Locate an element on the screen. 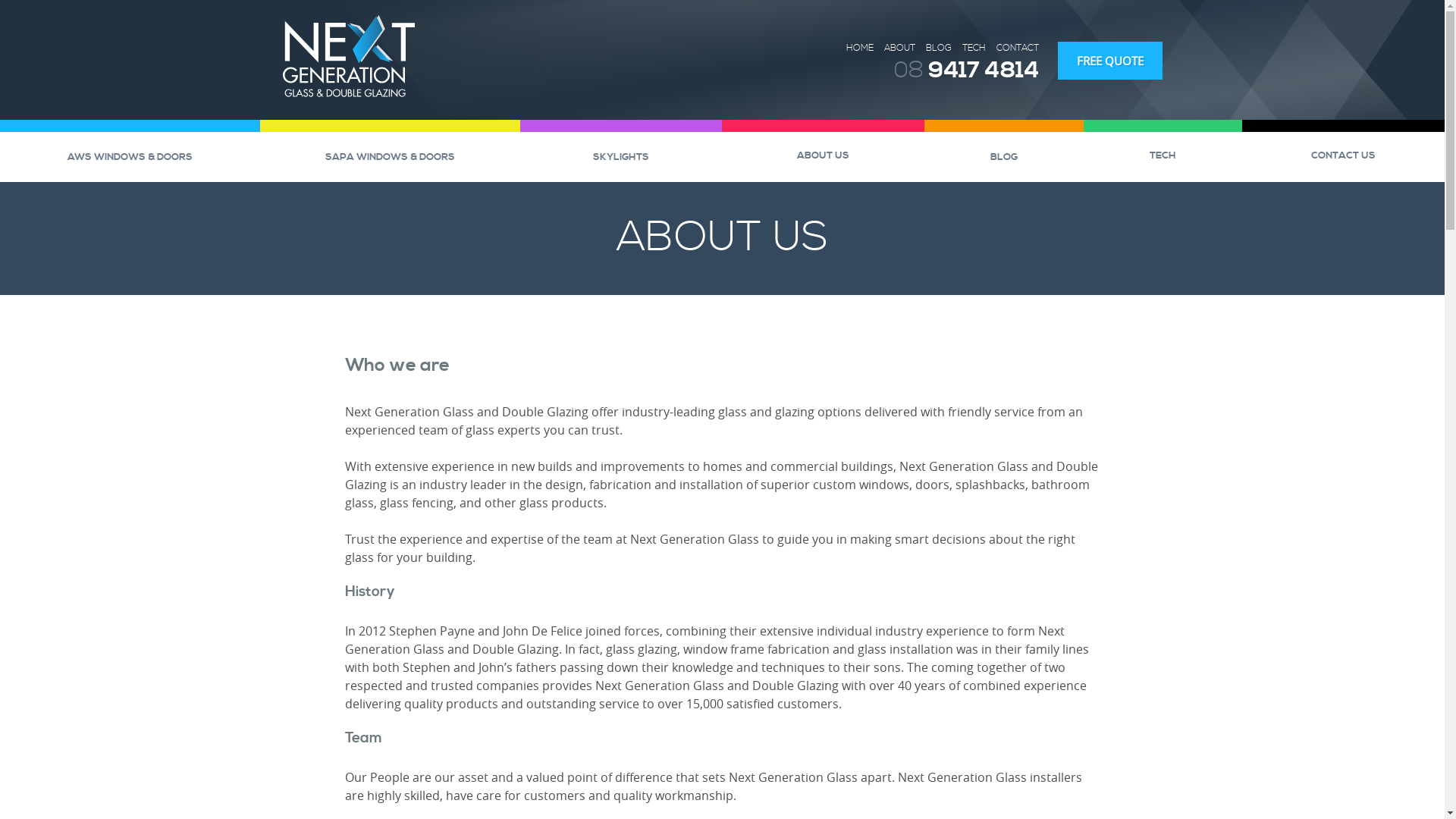 This screenshot has height=819, width=1456. 'CONTACT US' is located at coordinates (1343, 155).